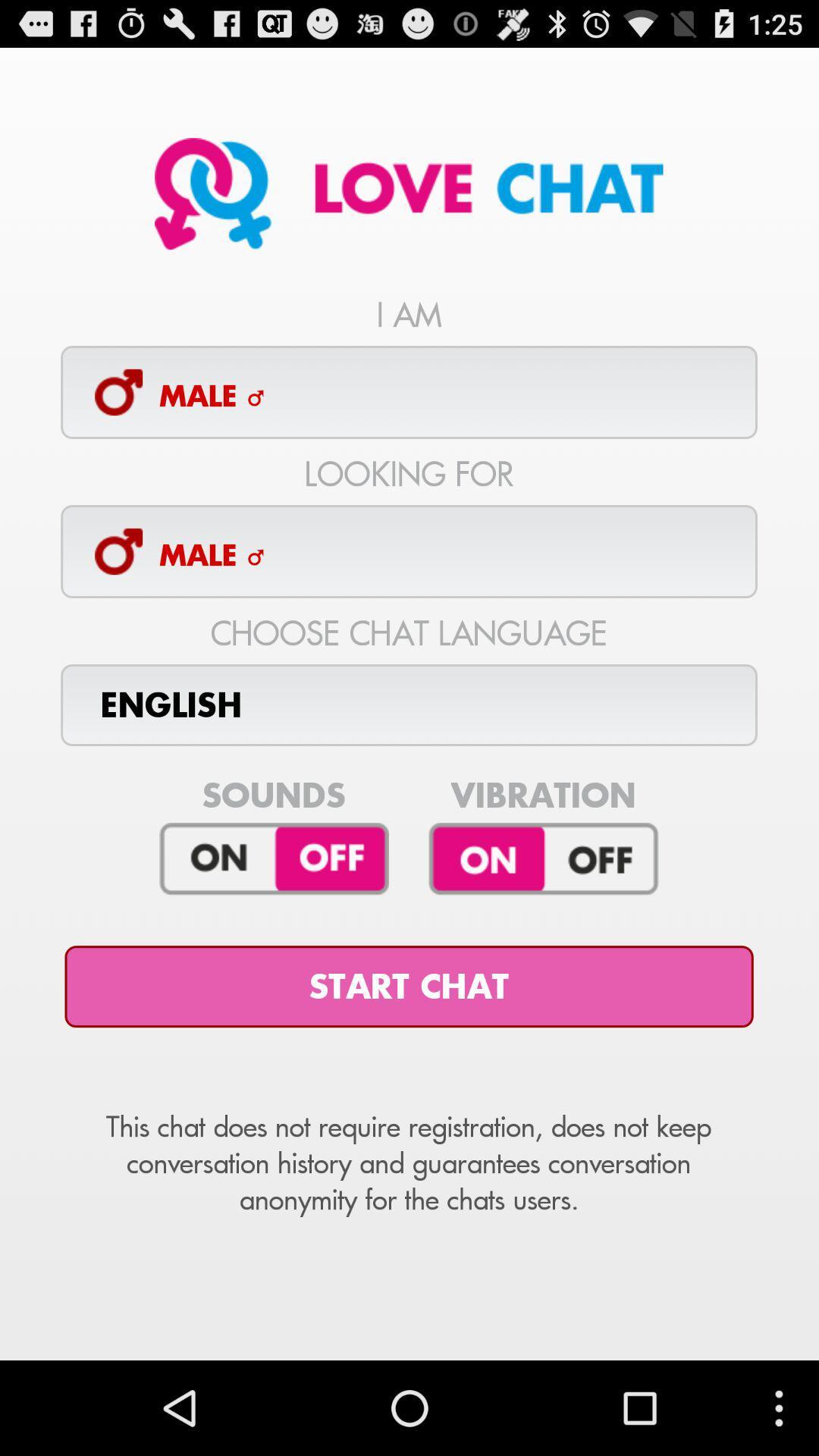  Describe the element at coordinates (543, 859) in the screenshot. I see `turn on/off vibration` at that location.